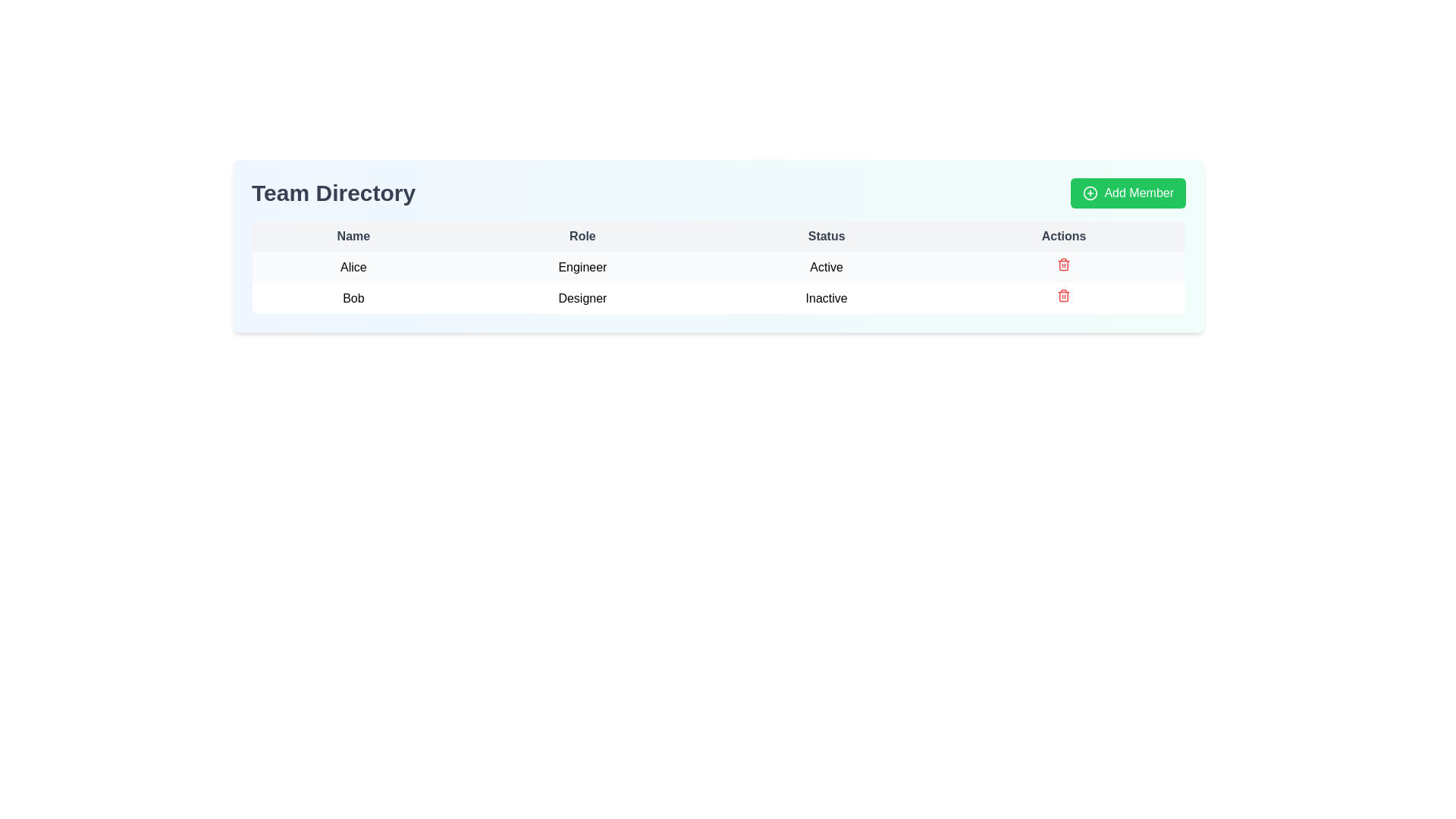  What do you see at coordinates (353, 298) in the screenshot?
I see `text displayed in the label named 'Bob', located in the second row of the table under the 'Name' column` at bounding box center [353, 298].